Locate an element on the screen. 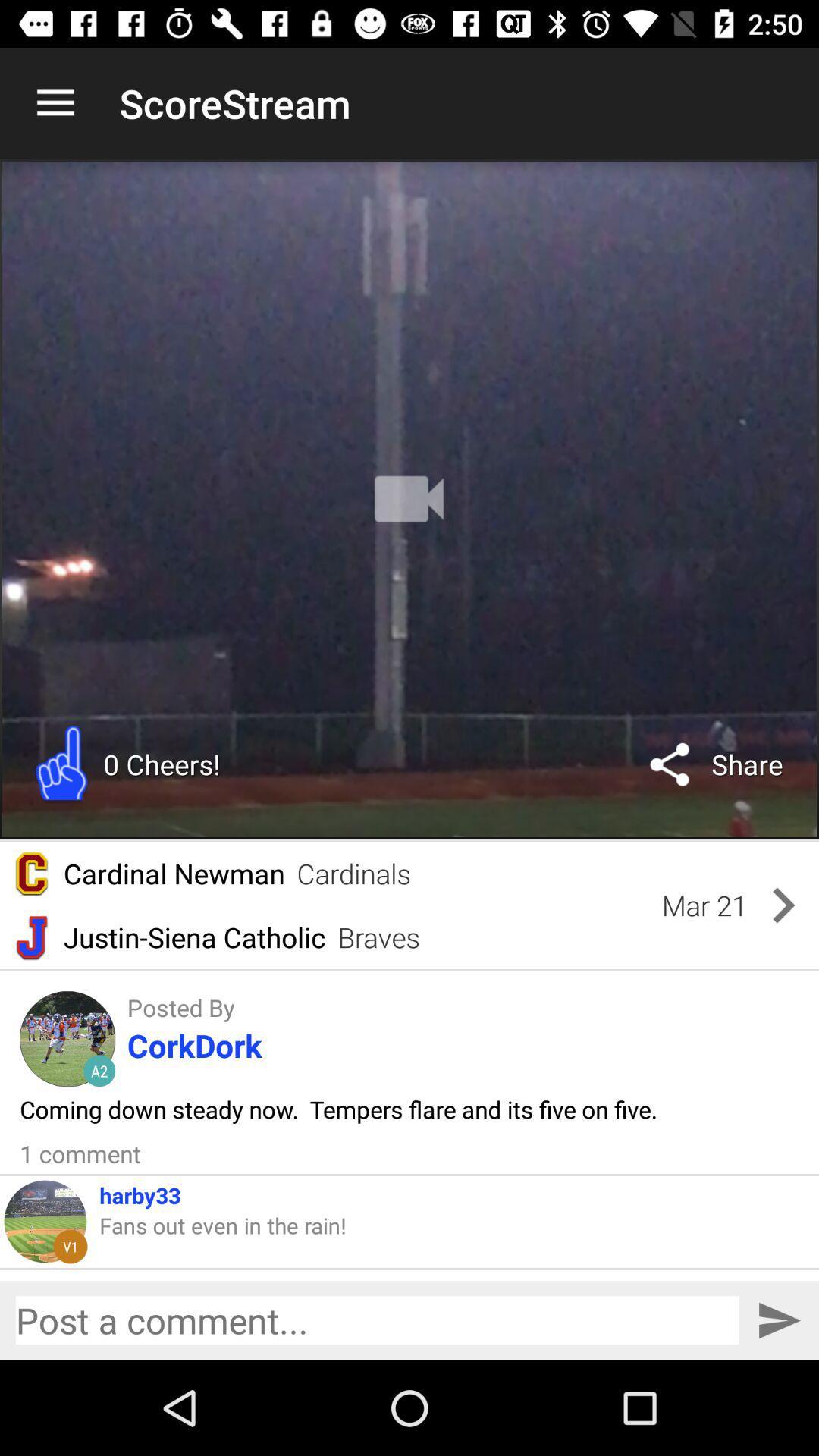 Image resolution: width=819 pixels, height=1456 pixels. submit comment is located at coordinates (779, 1319).